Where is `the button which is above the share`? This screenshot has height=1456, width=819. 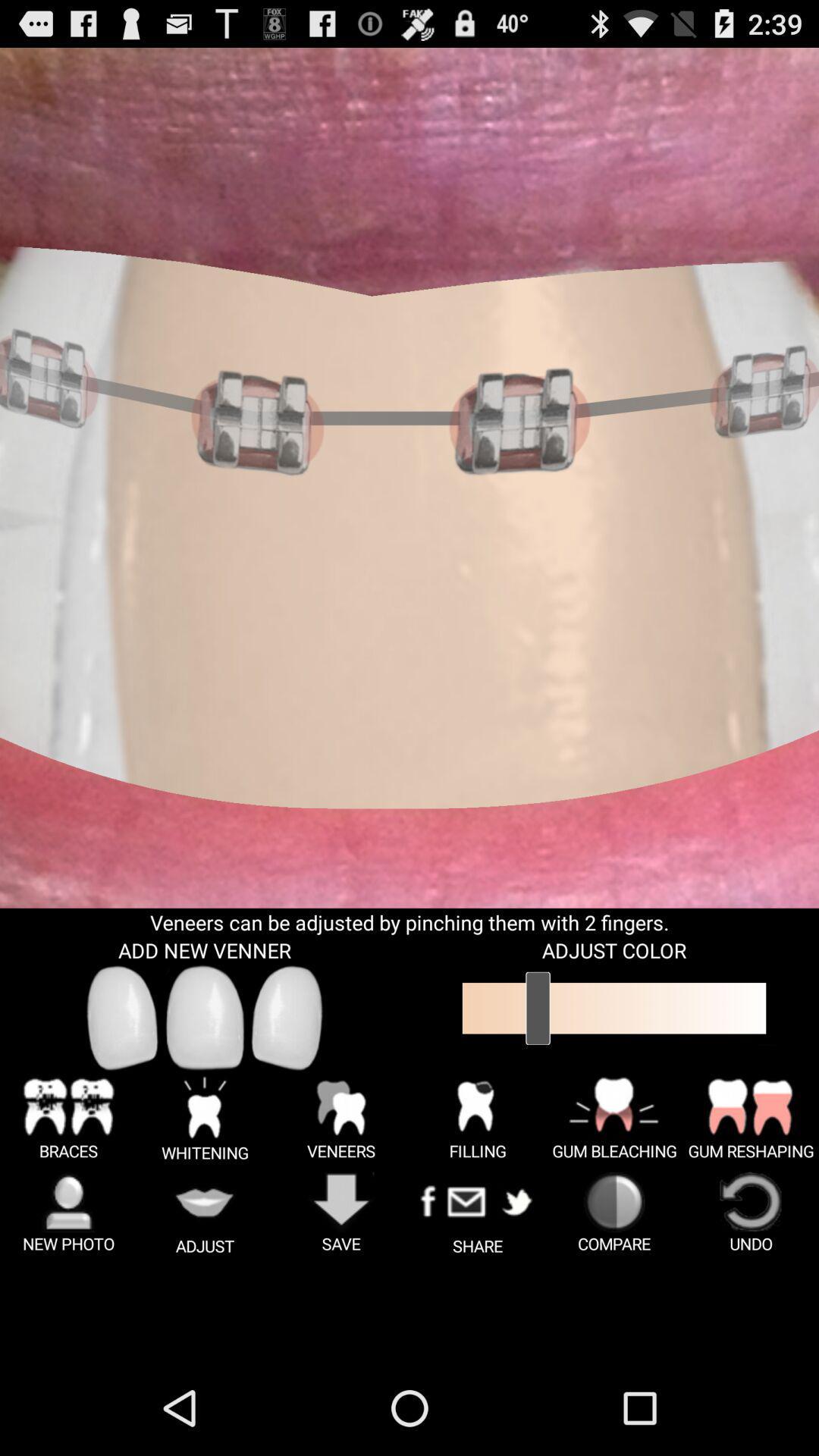
the button which is above the share is located at coordinates (476, 1118).